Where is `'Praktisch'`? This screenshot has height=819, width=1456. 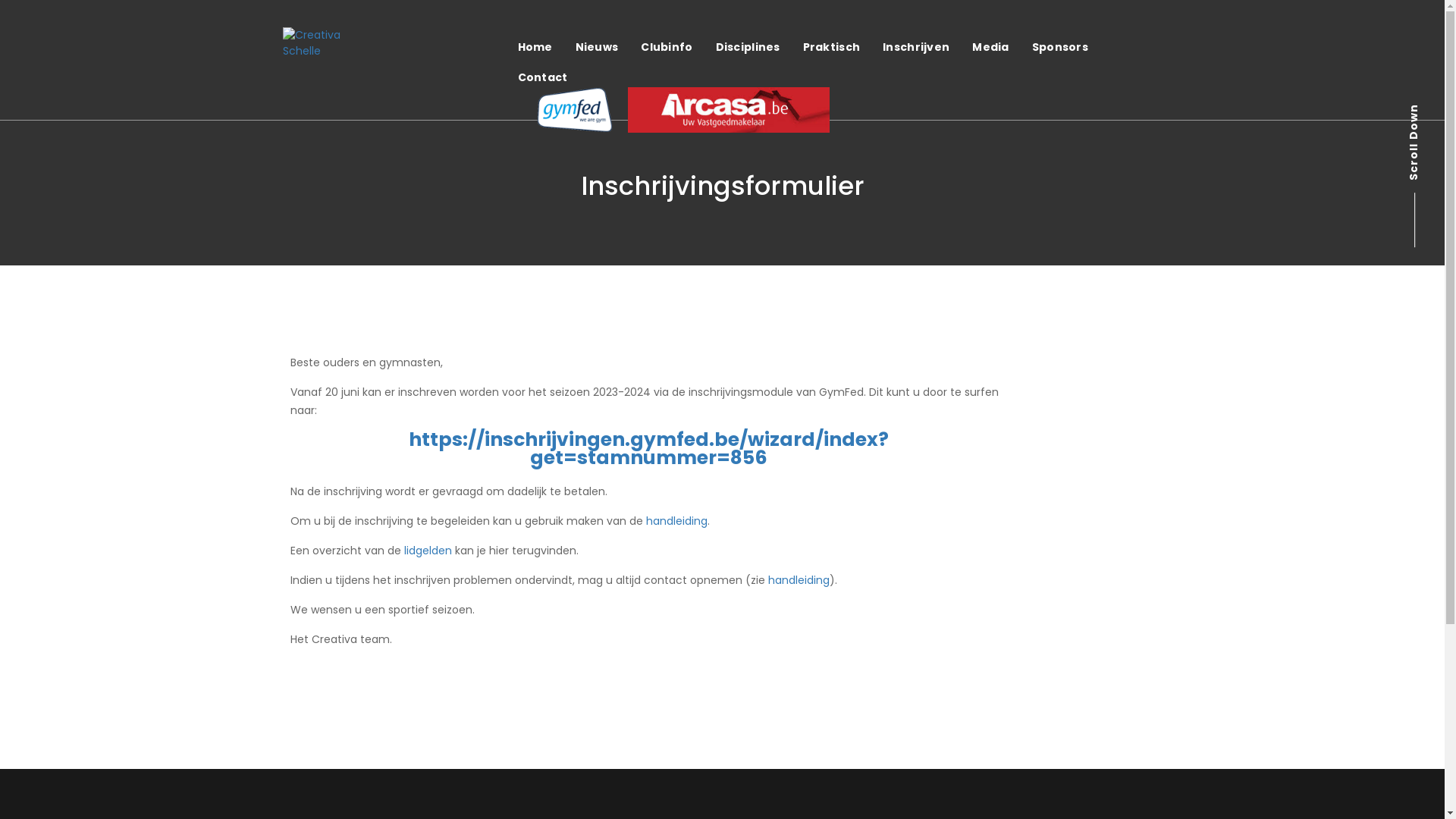 'Praktisch' is located at coordinates (831, 45).